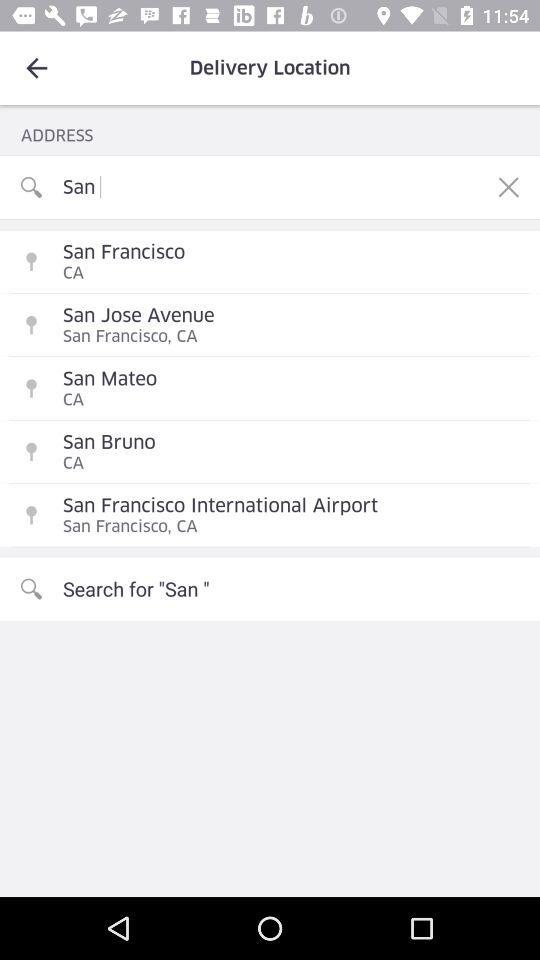 Image resolution: width=540 pixels, height=960 pixels. What do you see at coordinates (508, 187) in the screenshot?
I see `icon to the right of san` at bounding box center [508, 187].